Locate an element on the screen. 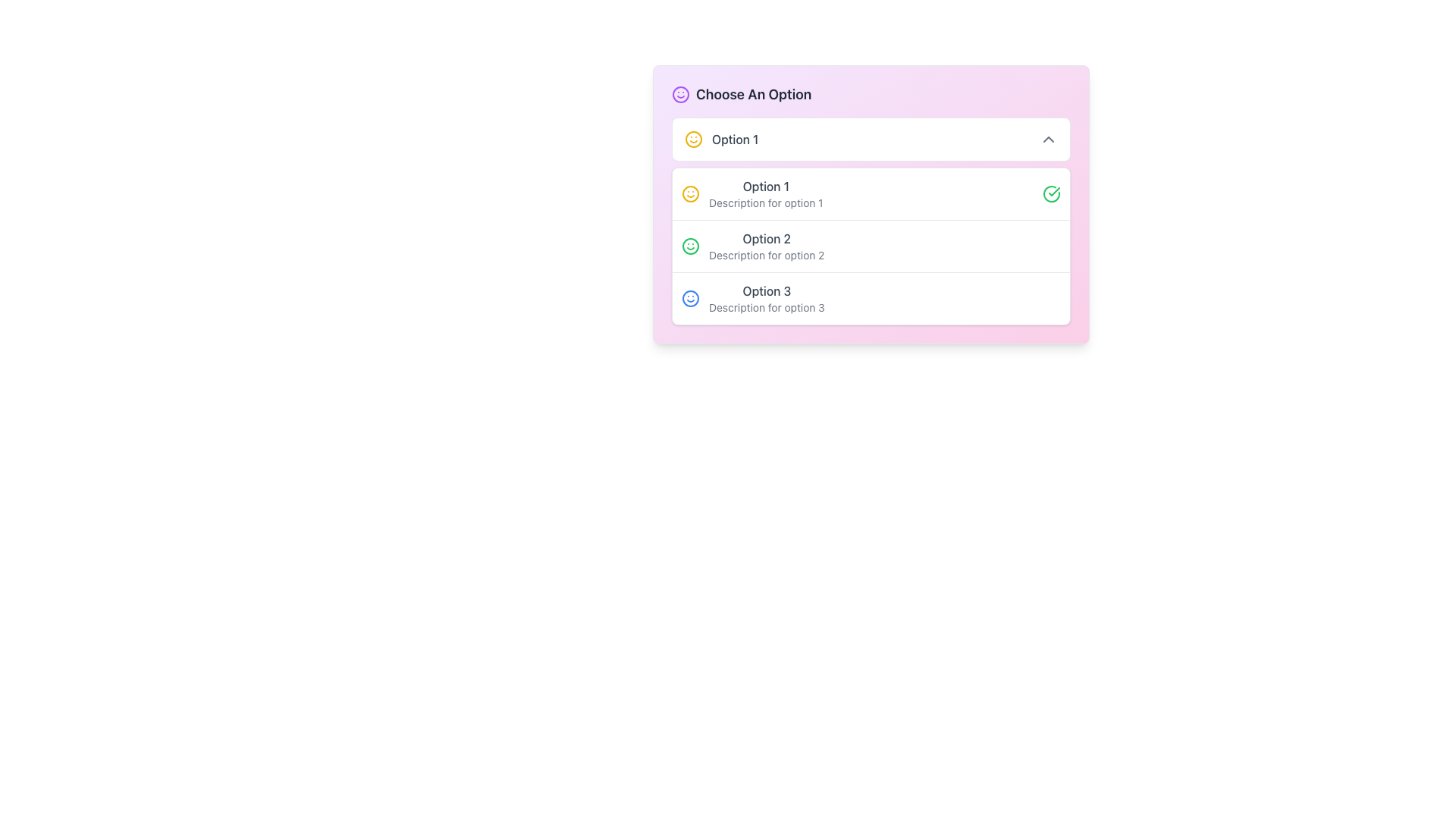  the purple smiling face icon located at the beginning of the 'Choose An Option' section is located at coordinates (679, 94).